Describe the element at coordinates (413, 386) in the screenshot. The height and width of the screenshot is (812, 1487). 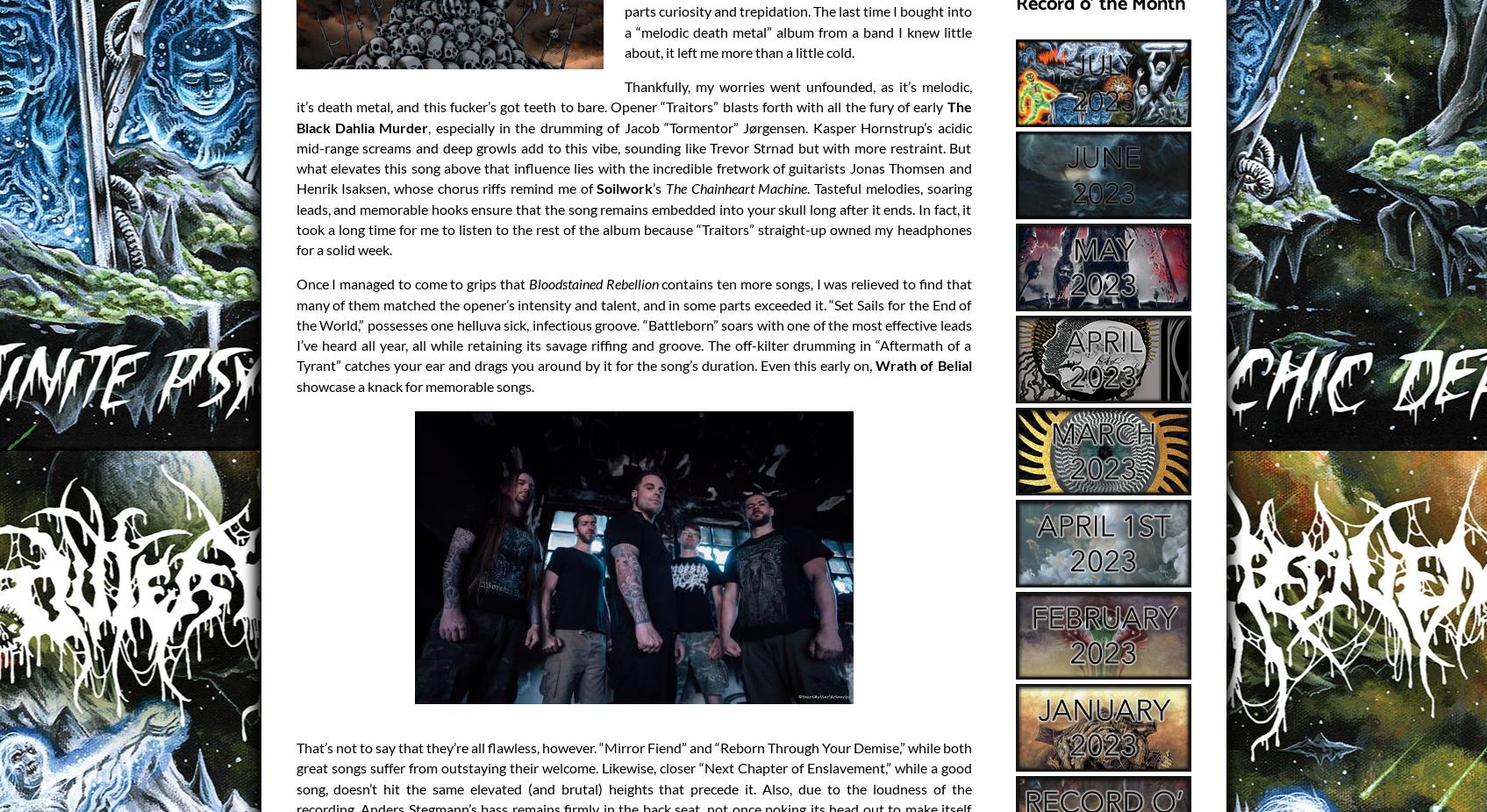
I see `'showcase a knack for memorable songs.'` at that location.